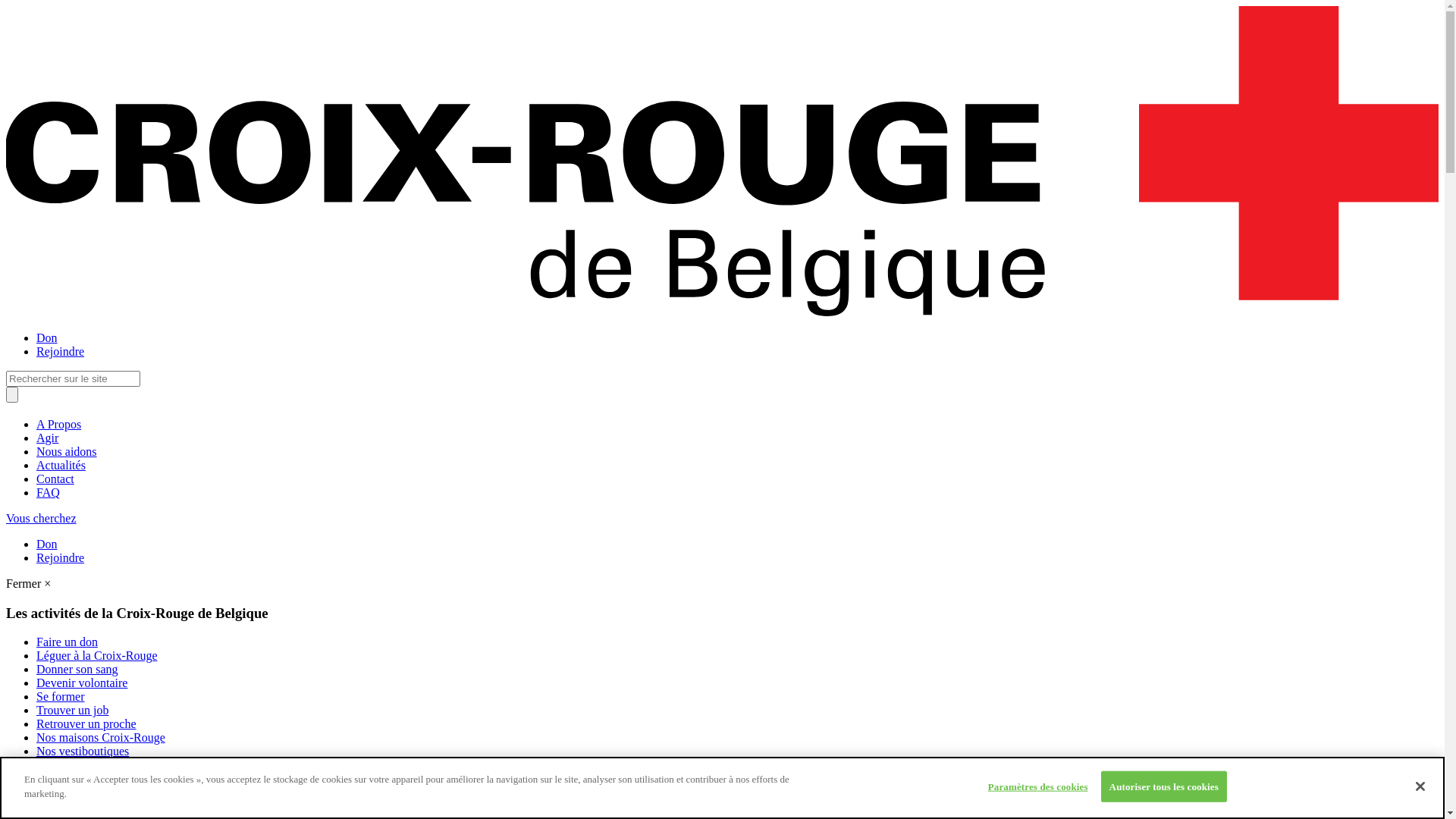 This screenshot has width=1456, height=819. I want to click on 'Retrouver un proche', so click(36, 723).